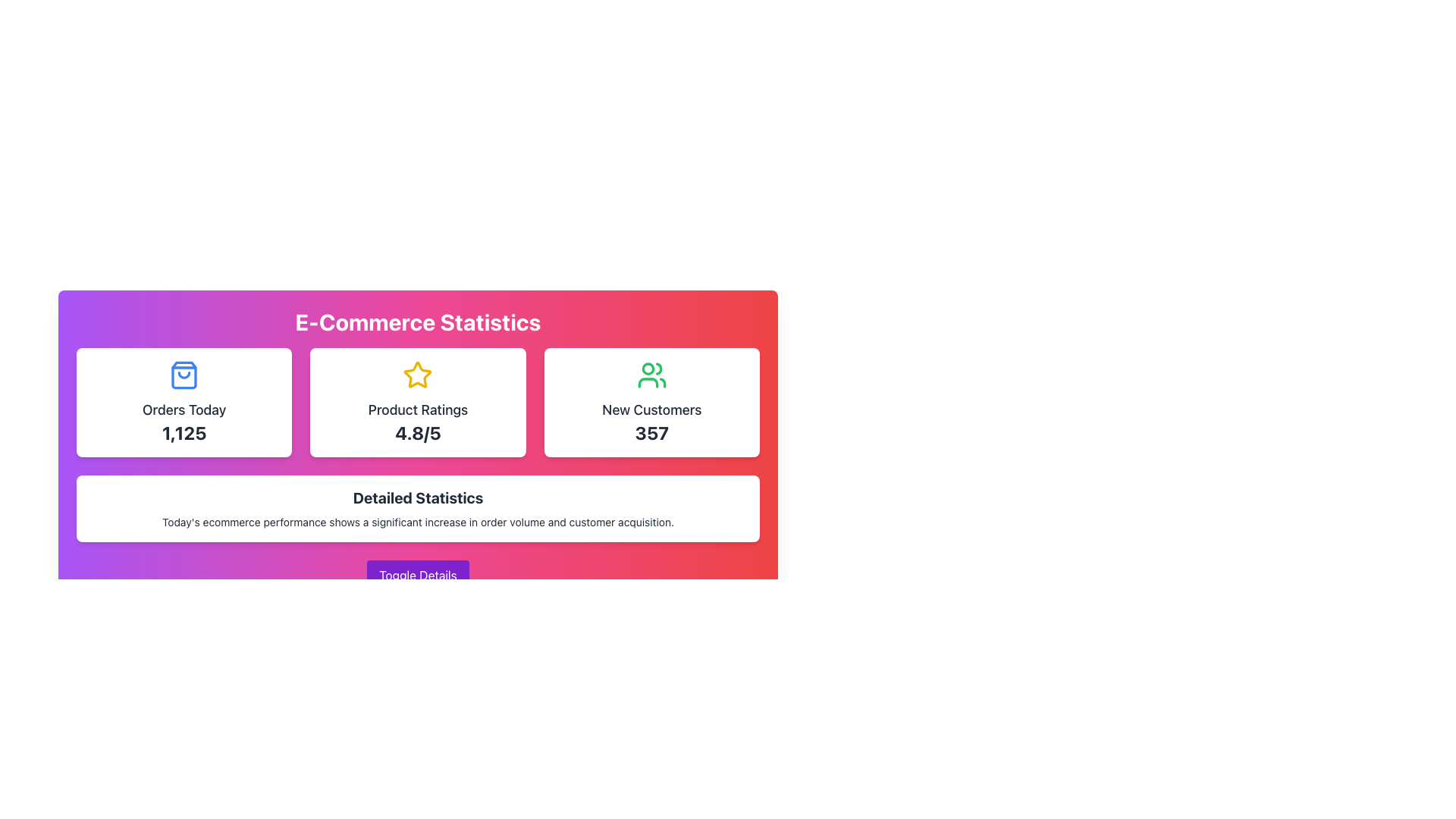  What do you see at coordinates (418, 402) in the screenshot?
I see `the informational card titled 'Product Ratings' which displays a rating of '4.8/5' and is located in the center column of the grid layout` at bounding box center [418, 402].